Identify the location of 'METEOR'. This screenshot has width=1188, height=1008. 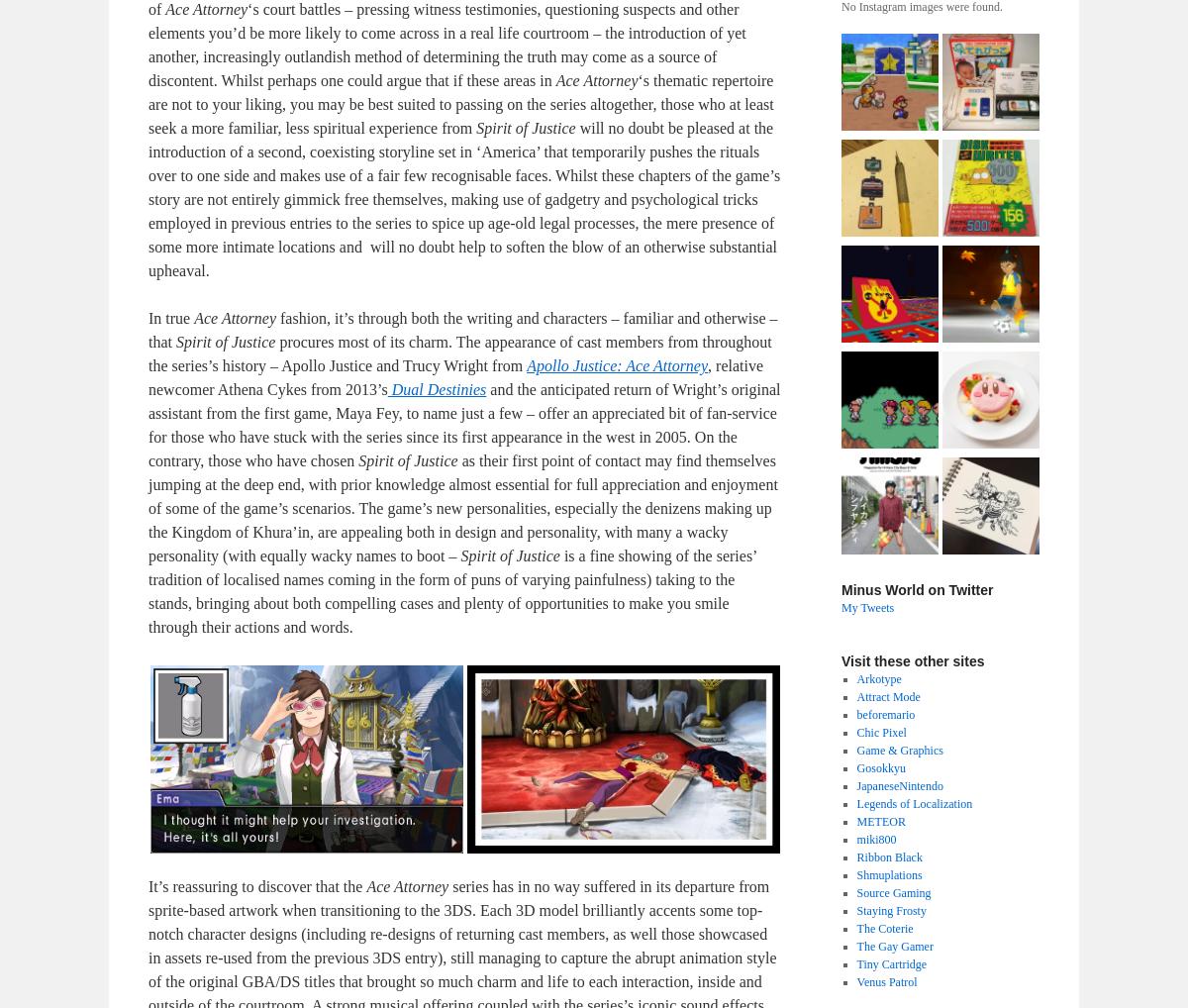
(879, 820).